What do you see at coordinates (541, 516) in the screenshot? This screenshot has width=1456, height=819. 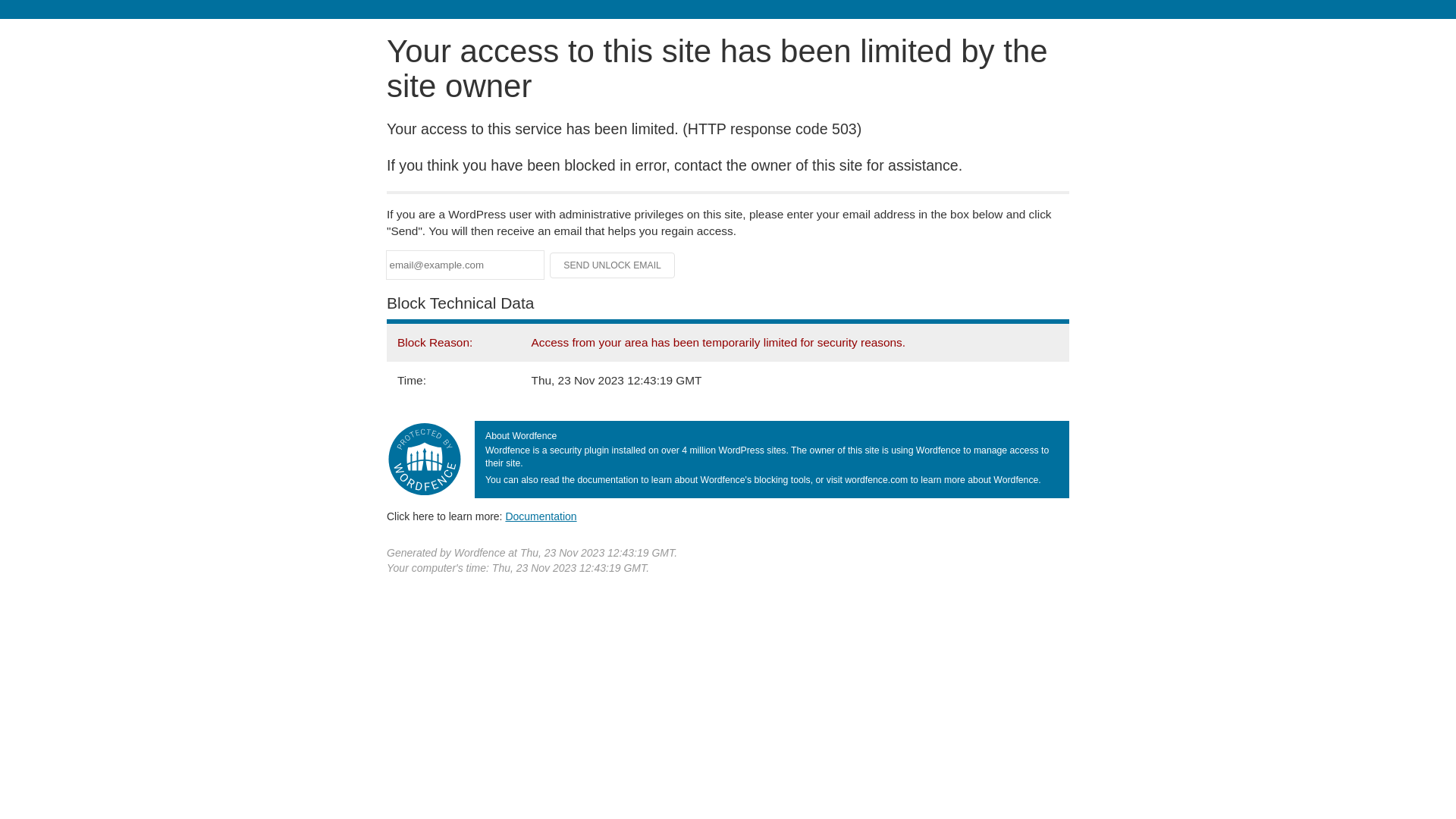 I see `'Documentation'` at bounding box center [541, 516].